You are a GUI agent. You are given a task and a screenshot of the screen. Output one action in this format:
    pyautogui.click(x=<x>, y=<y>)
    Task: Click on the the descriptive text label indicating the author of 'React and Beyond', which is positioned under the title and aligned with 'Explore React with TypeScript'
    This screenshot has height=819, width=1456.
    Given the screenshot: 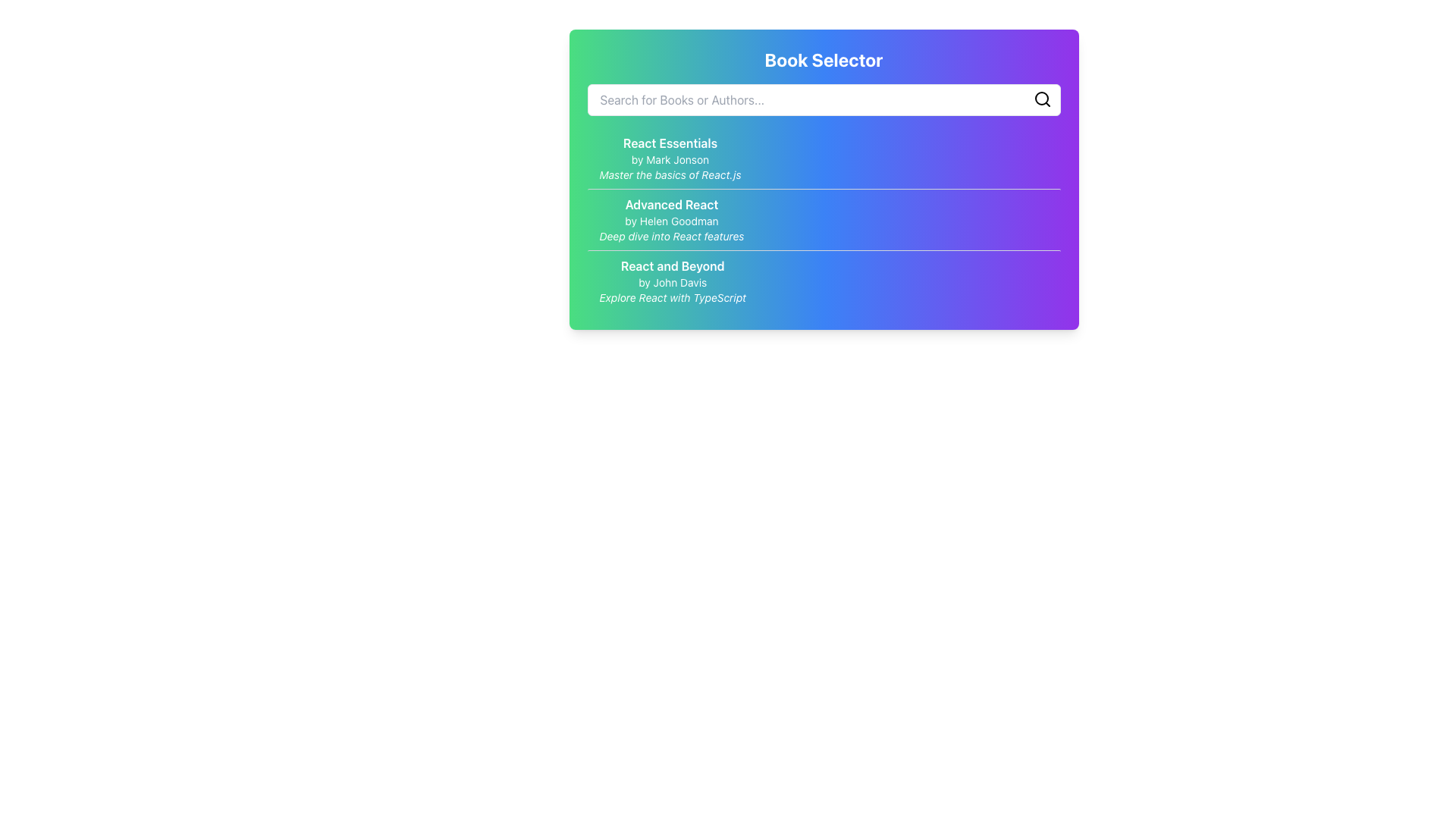 What is the action you would take?
    pyautogui.click(x=672, y=283)
    